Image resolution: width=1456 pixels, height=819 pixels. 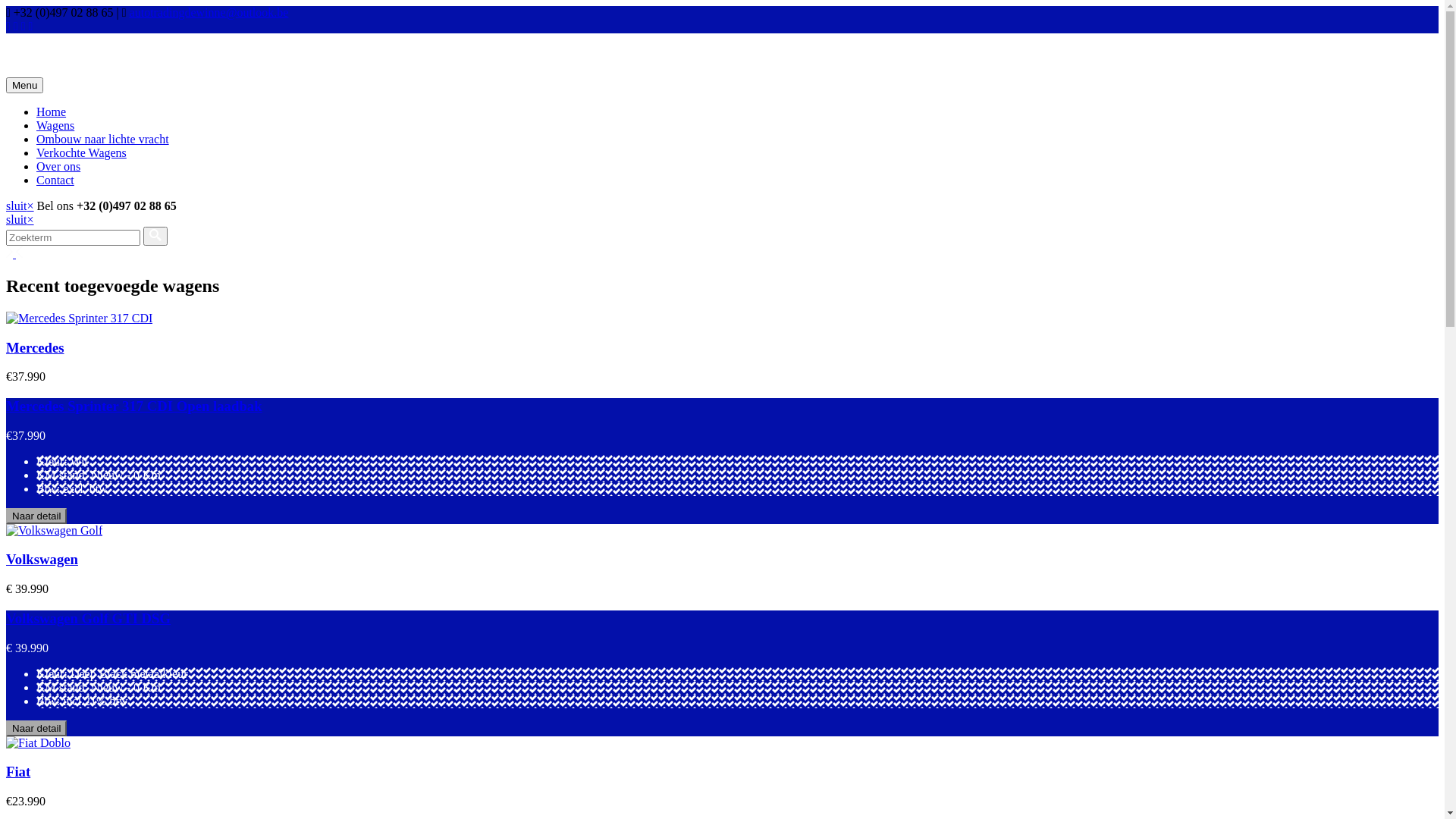 I want to click on ' Fiat  Doblo ', so click(x=38, y=742).